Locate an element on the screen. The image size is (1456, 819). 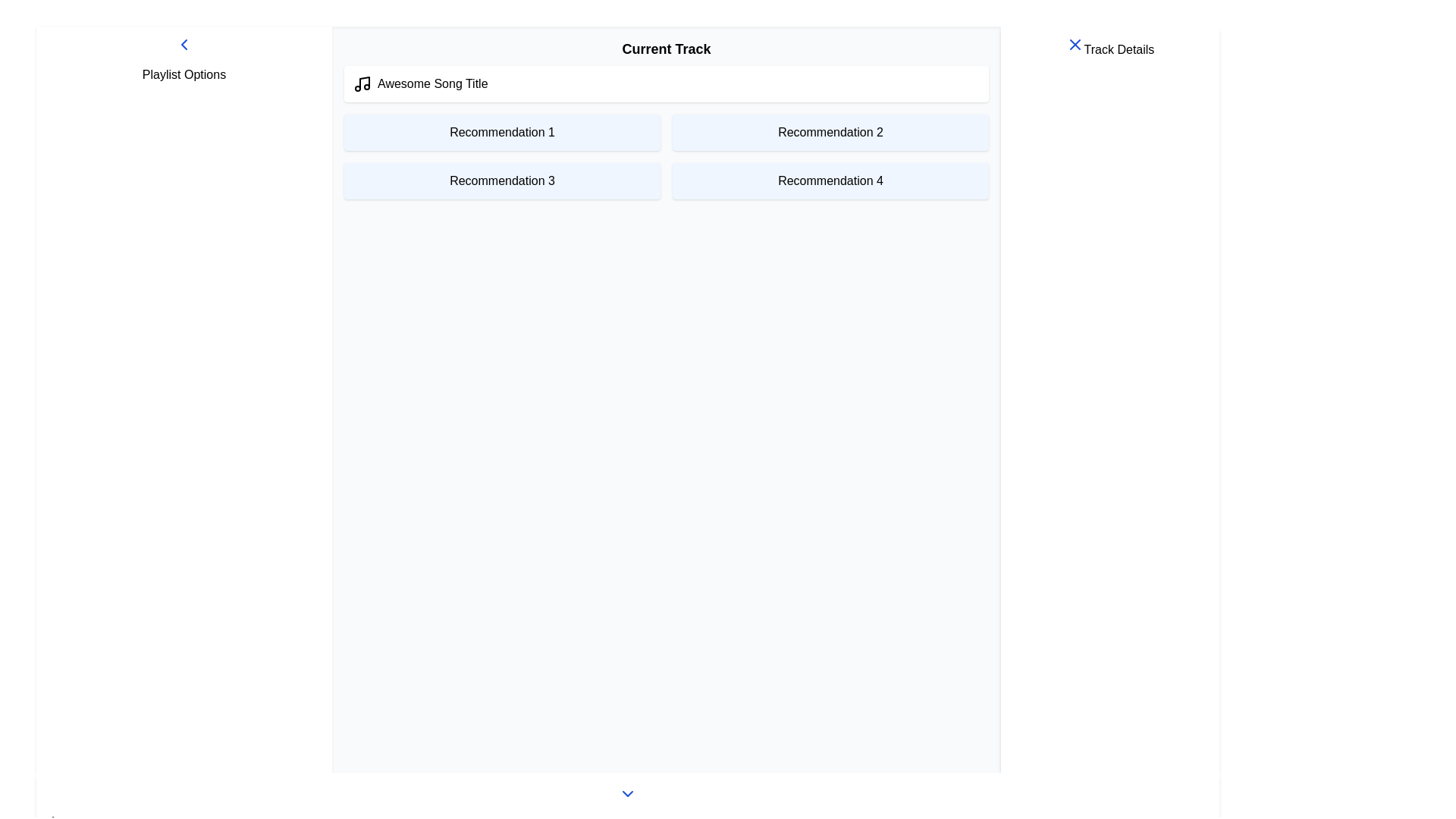
the bold text label displaying 'Playlist Options' at the top of the vertical side panel is located at coordinates (184, 75).